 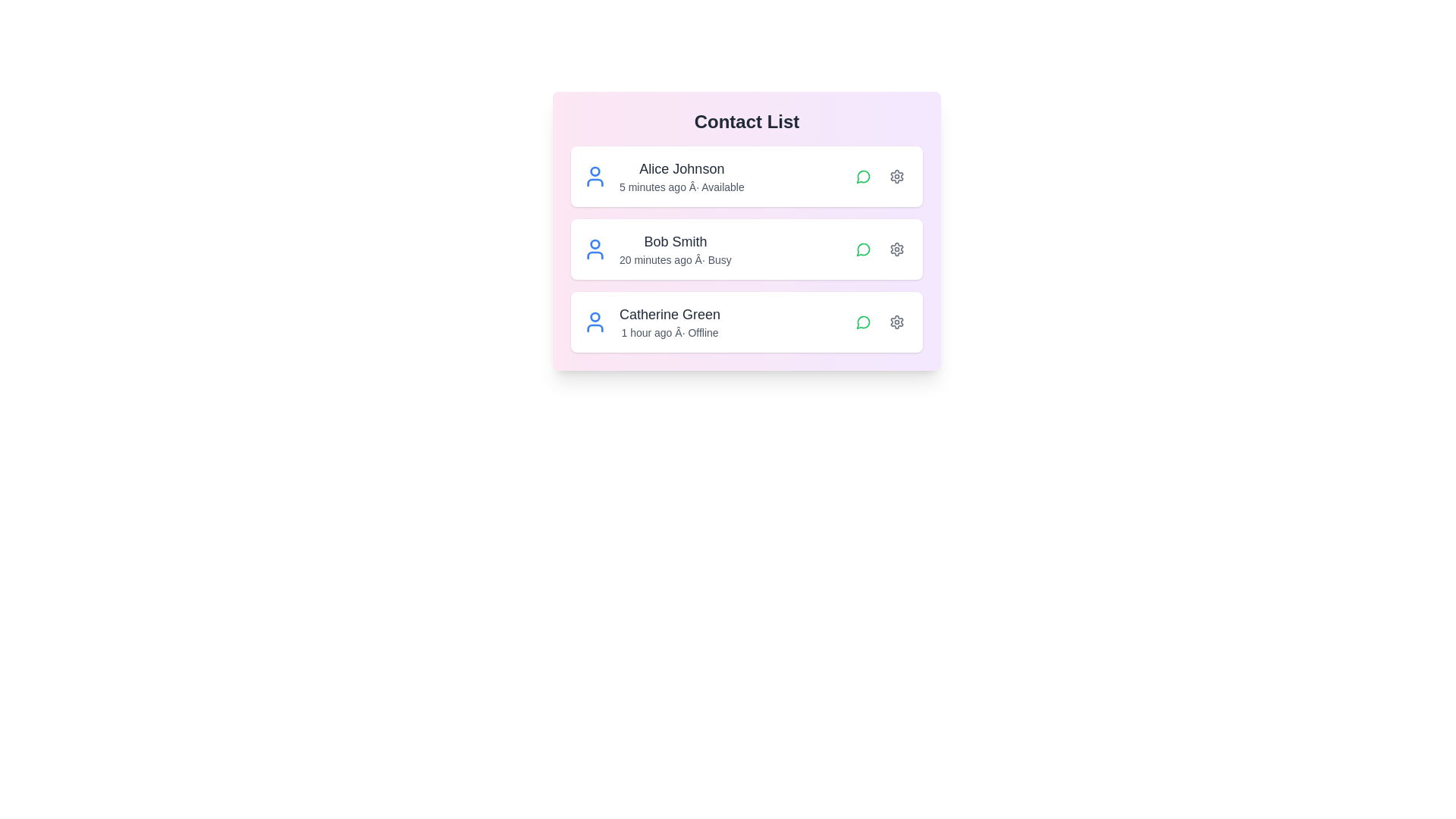 I want to click on chat icon next to the contact Alice Johnson to initiate a chat, so click(x=863, y=175).